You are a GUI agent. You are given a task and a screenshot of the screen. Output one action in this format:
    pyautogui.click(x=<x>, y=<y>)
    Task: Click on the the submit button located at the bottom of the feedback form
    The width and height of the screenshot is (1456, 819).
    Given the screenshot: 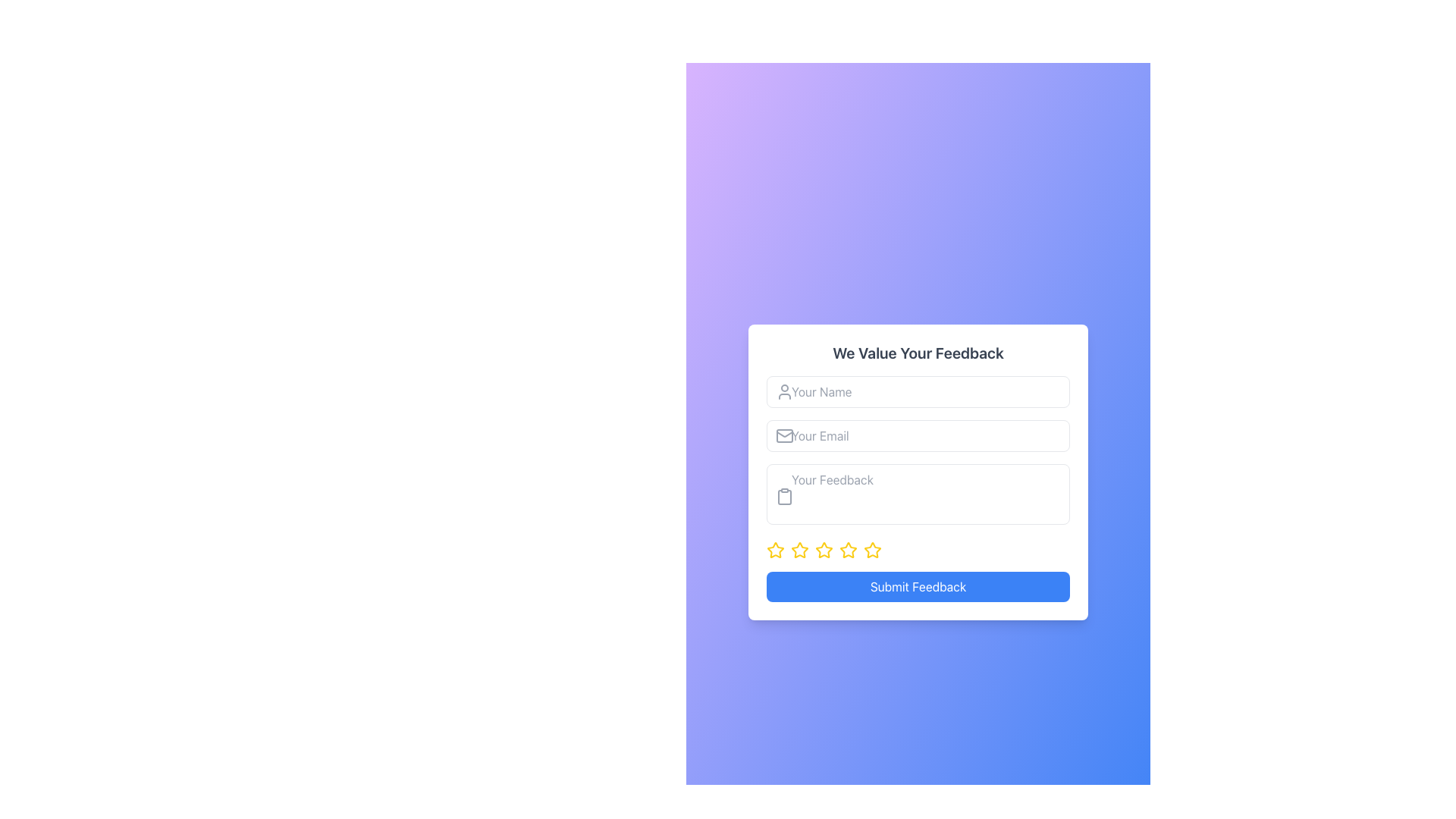 What is the action you would take?
    pyautogui.click(x=917, y=586)
    